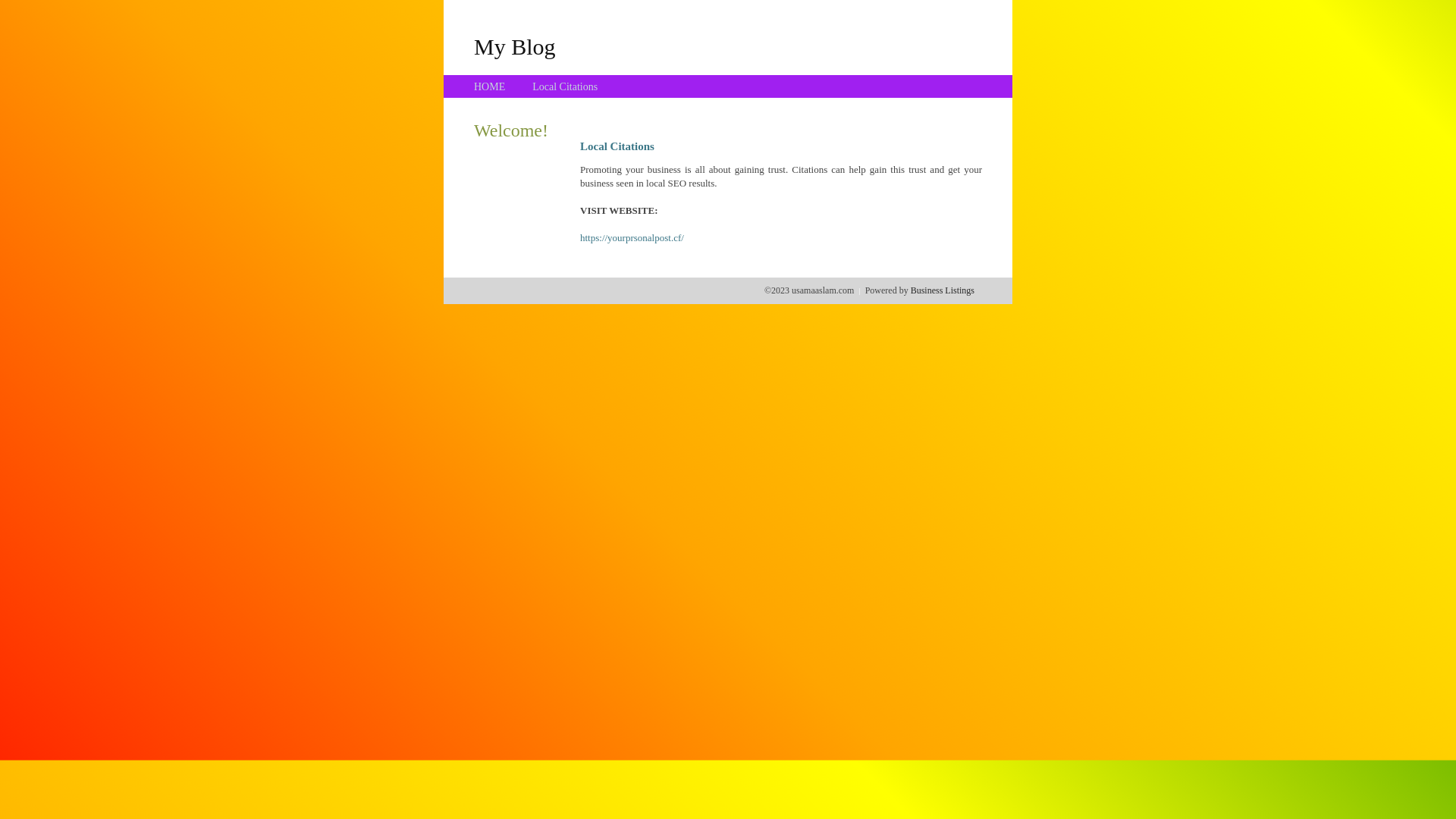 Image resolution: width=1456 pixels, height=819 pixels. I want to click on 'Local Citations', so click(532, 86).